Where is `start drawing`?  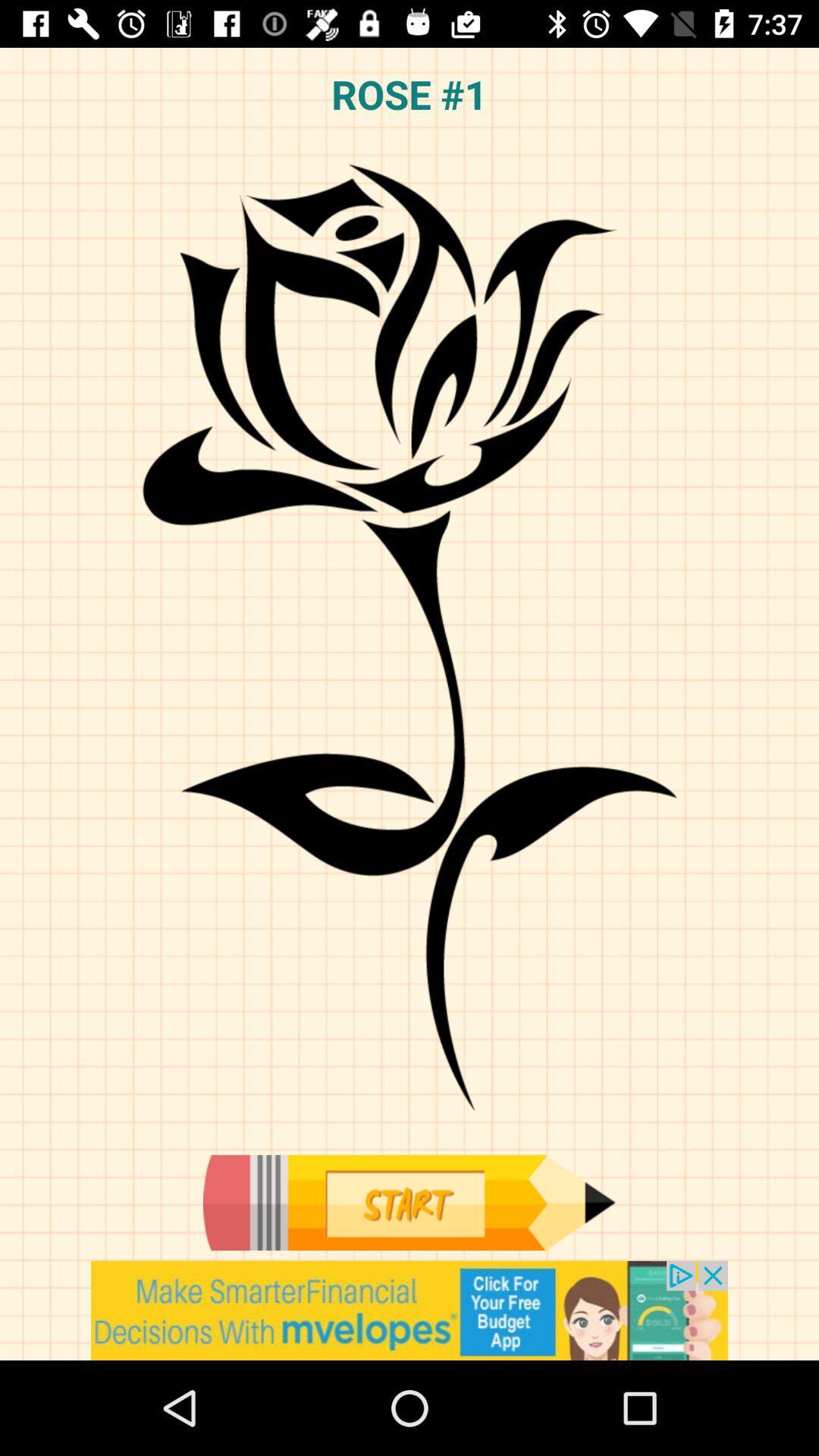
start drawing is located at coordinates (408, 1202).